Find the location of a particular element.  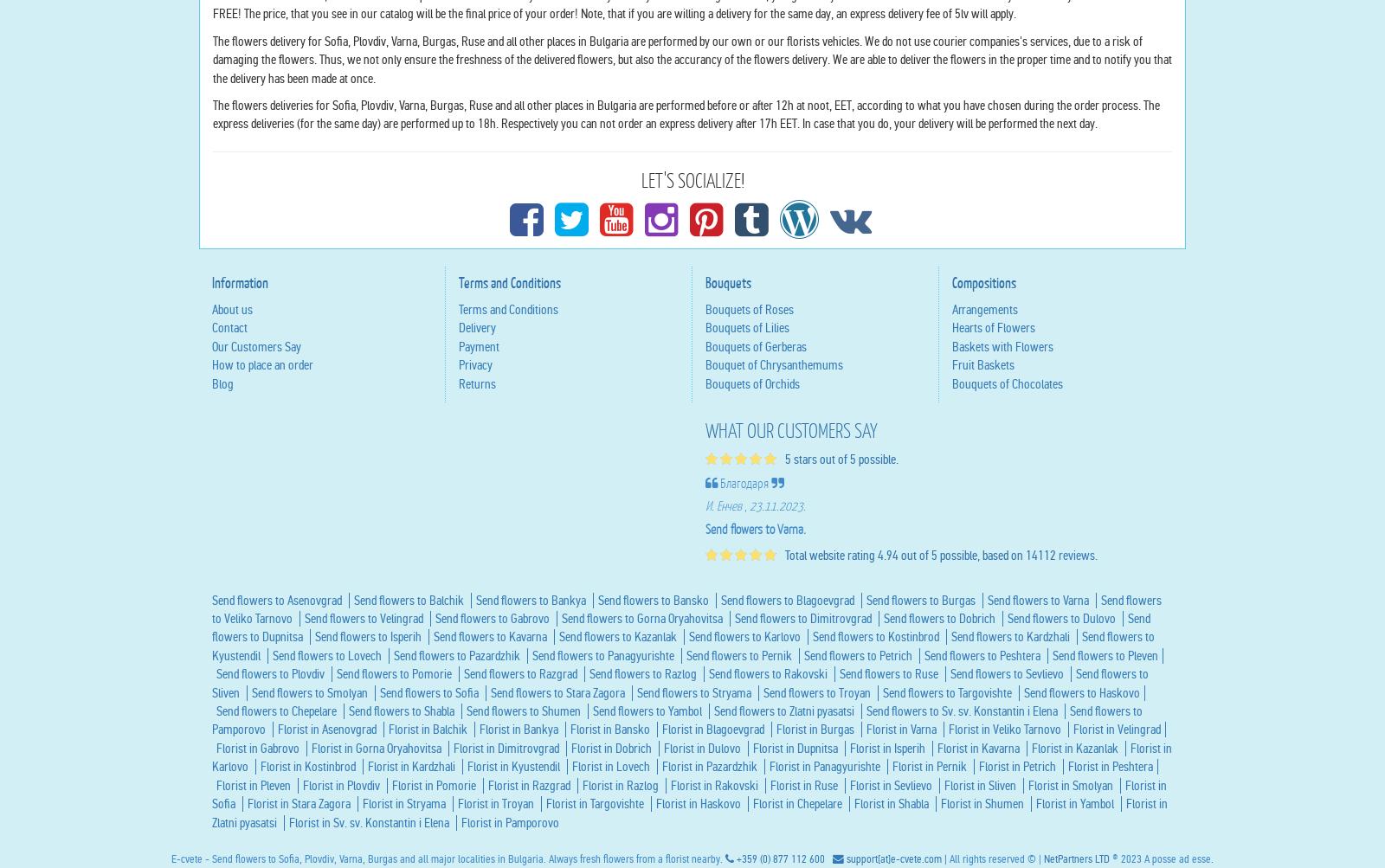

'Hearts of Flowers' is located at coordinates (994, 493).